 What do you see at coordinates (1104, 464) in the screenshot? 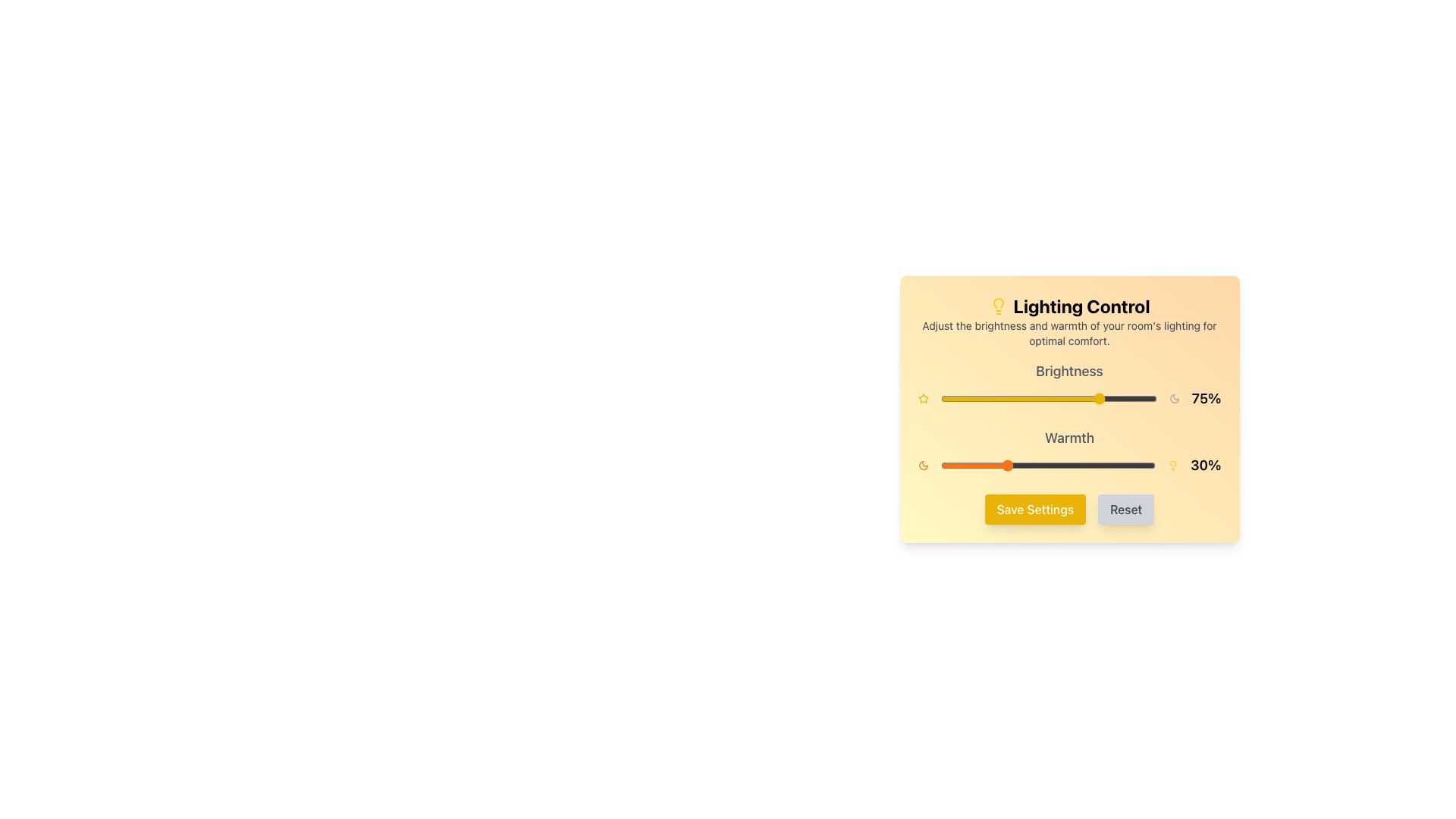
I see `warmth` at bounding box center [1104, 464].